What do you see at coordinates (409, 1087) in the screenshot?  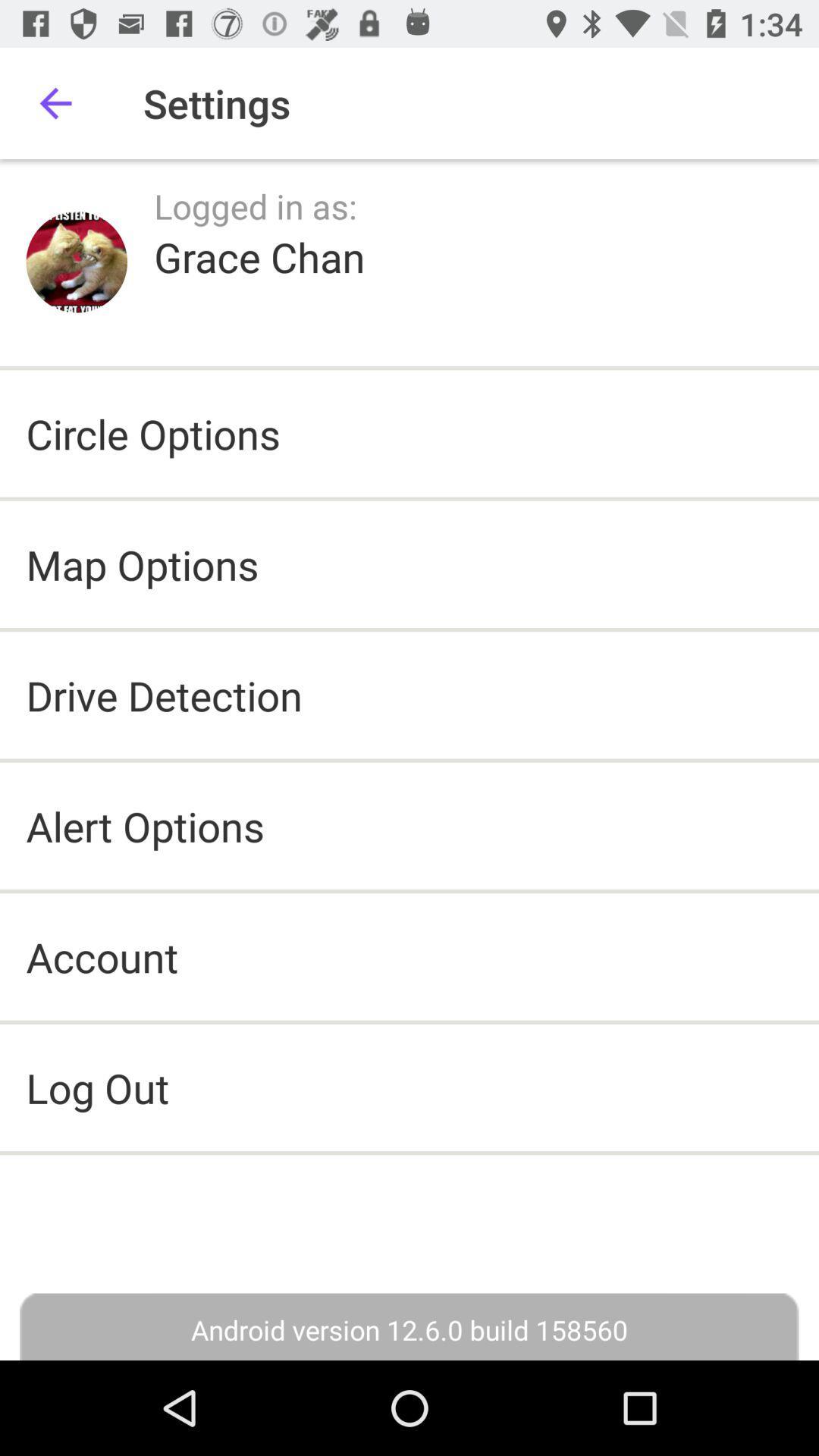 I see `the icon below account icon` at bounding box center [409, 1087].